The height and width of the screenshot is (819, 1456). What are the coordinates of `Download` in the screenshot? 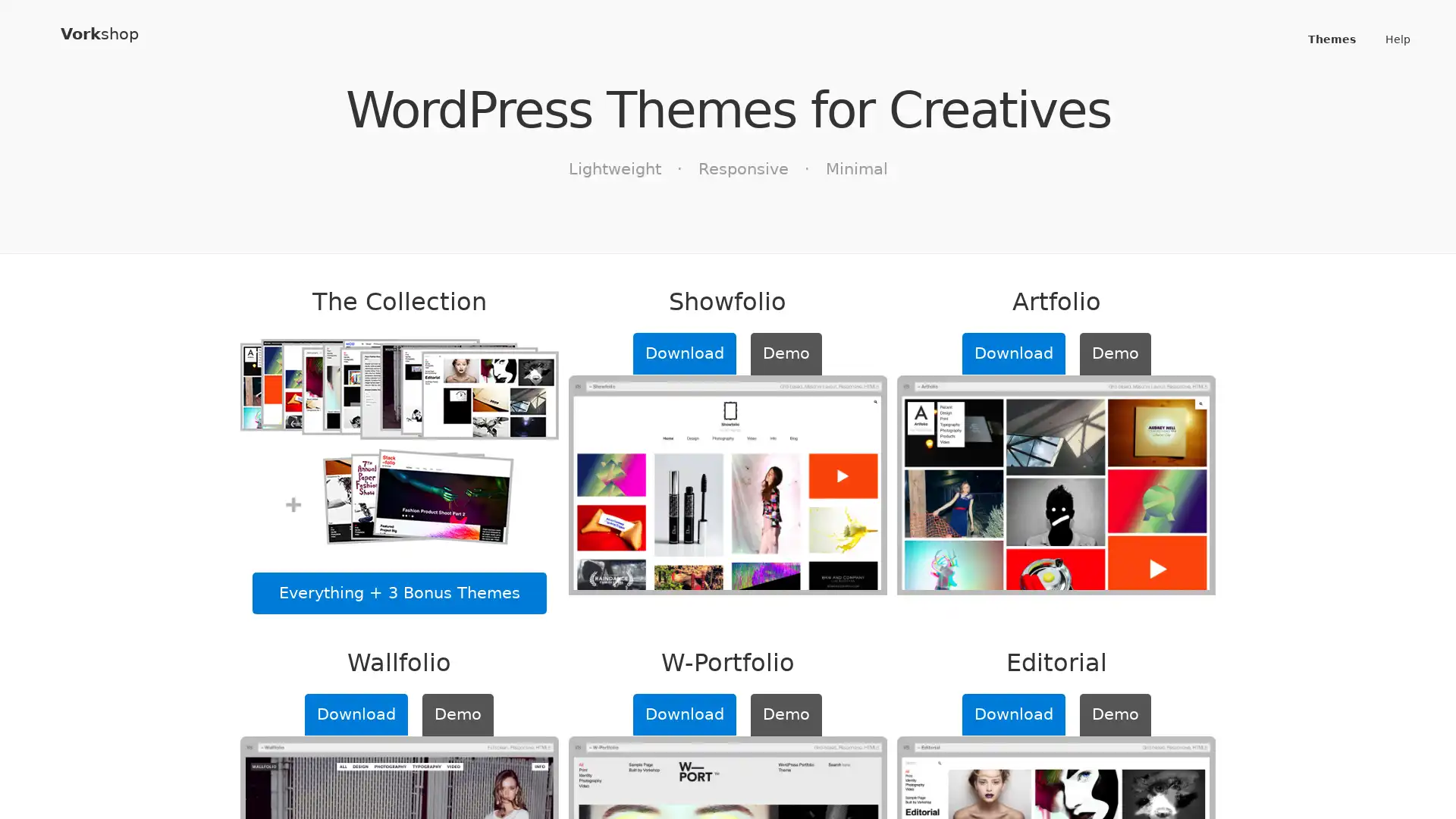 It's located at (1012, 353).